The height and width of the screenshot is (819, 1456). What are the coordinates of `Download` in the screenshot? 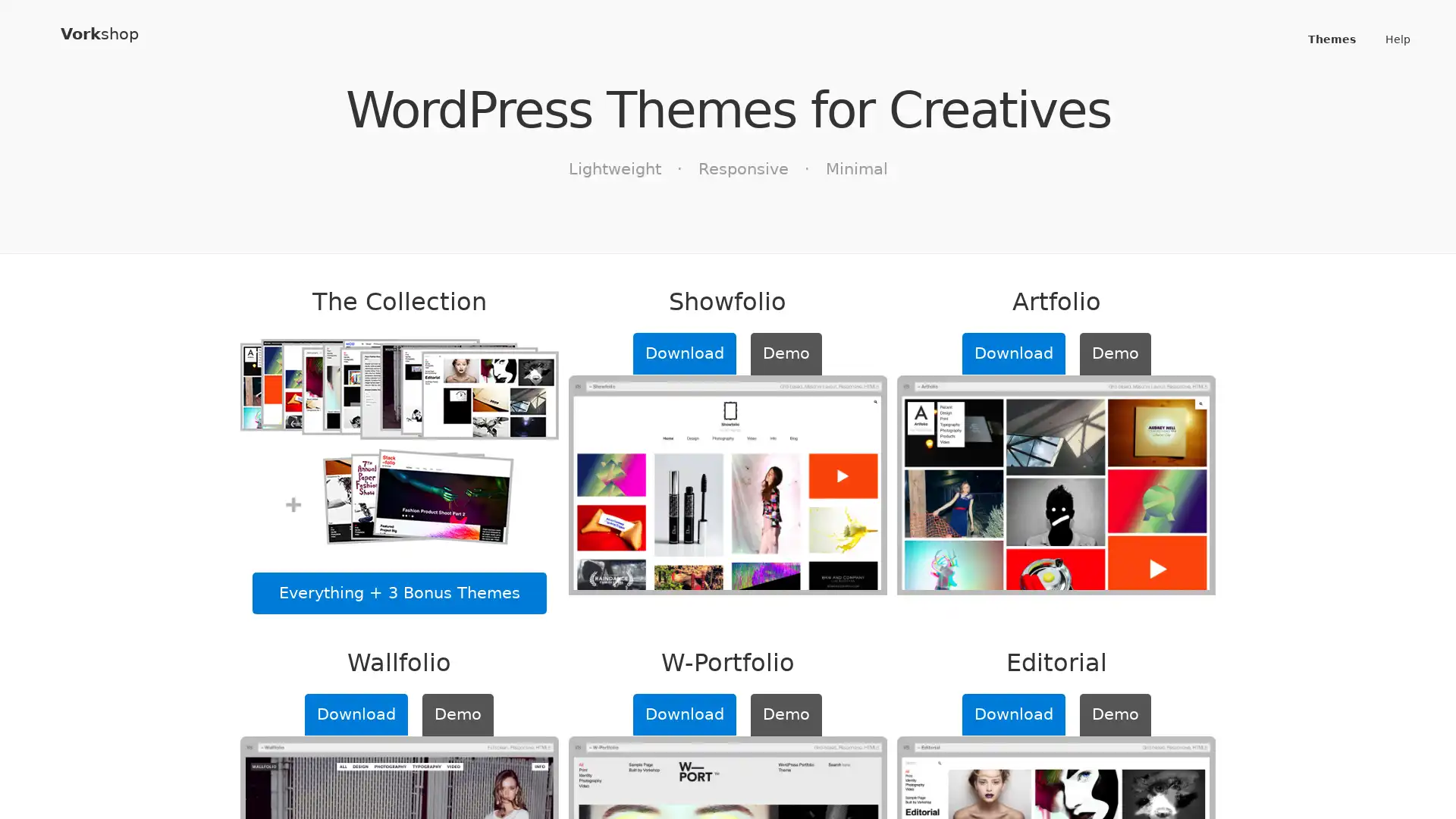 It's located at (1012, 353).